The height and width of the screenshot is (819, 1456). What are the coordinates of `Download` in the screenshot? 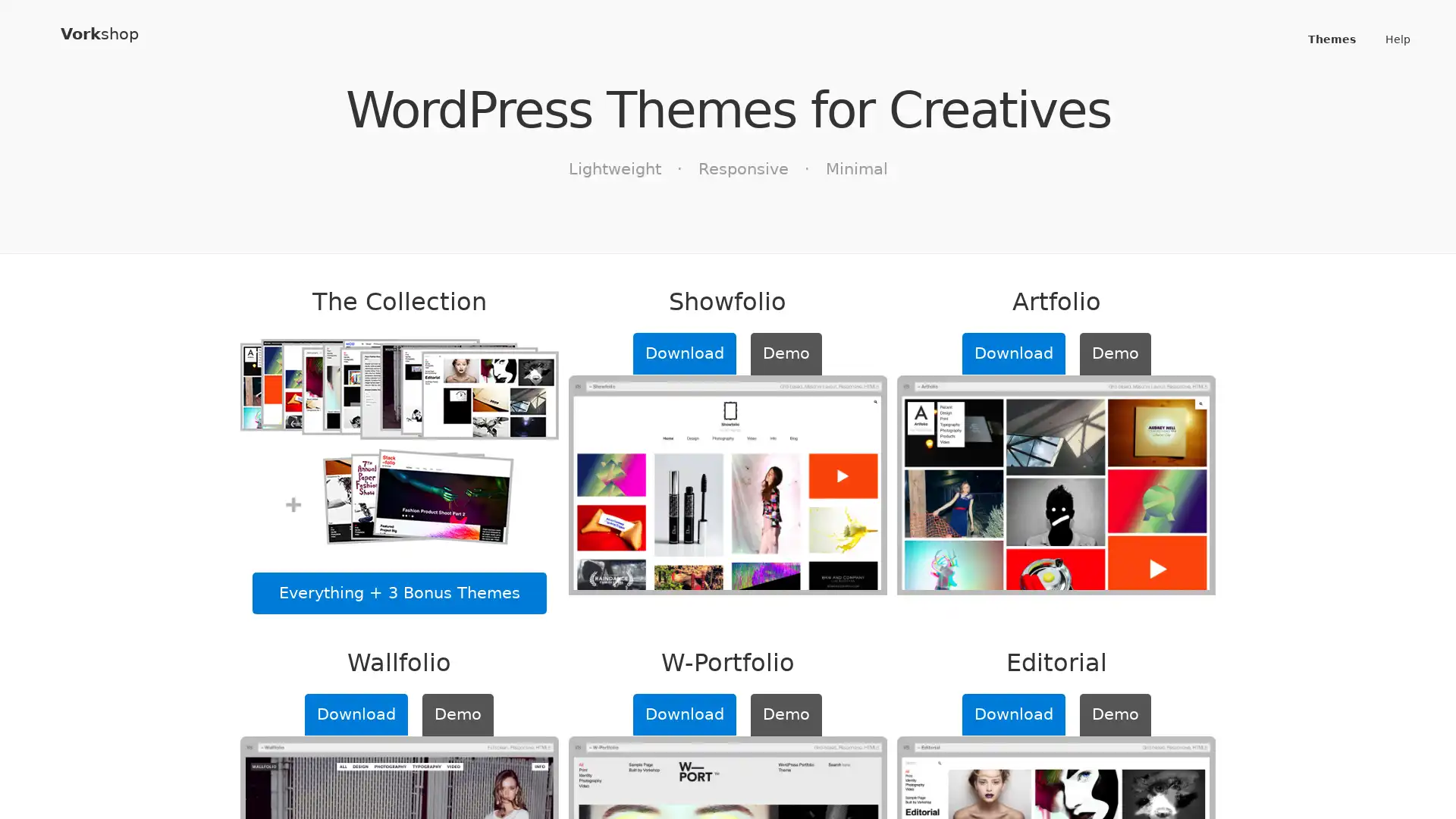 It's located at (1012, 353).